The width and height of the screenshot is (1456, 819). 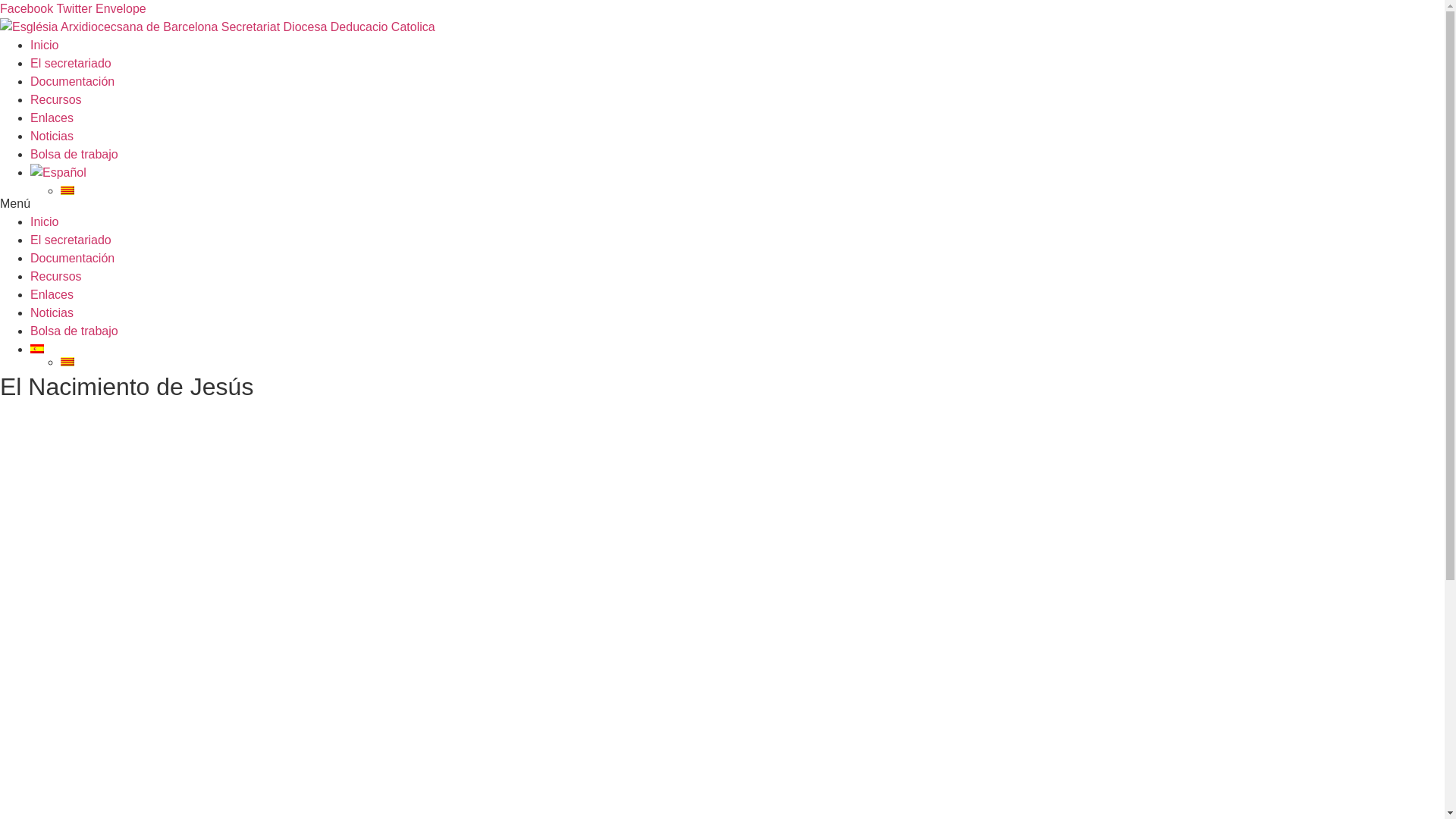 What do you see at coordinates (75, 8) in the screenshot?
I see `'Twitter'` at bounding box center [75, 8].